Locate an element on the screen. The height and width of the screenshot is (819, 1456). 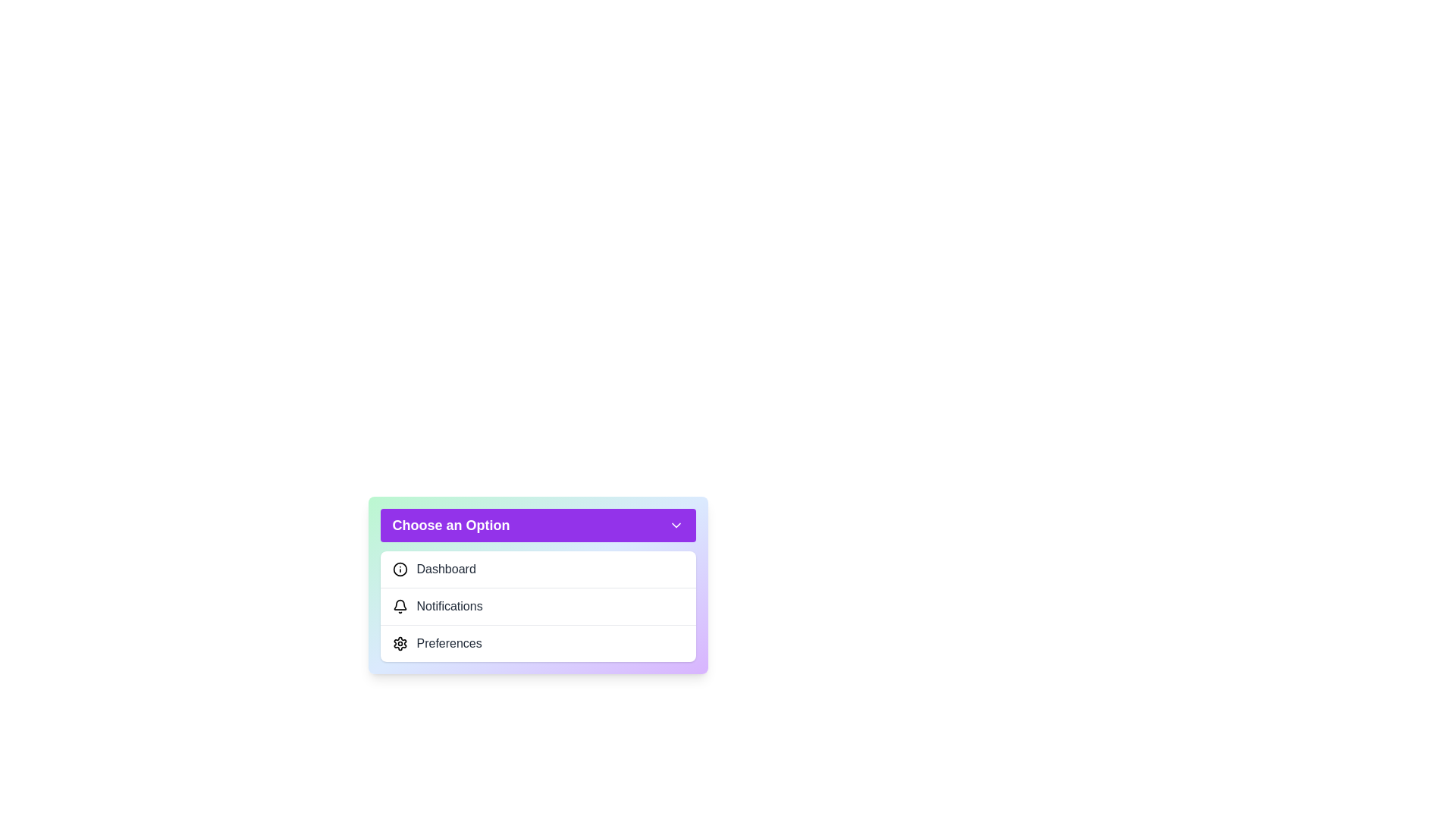
the option Dashboard from the dropdown menu is located at coordinates (538, 570).